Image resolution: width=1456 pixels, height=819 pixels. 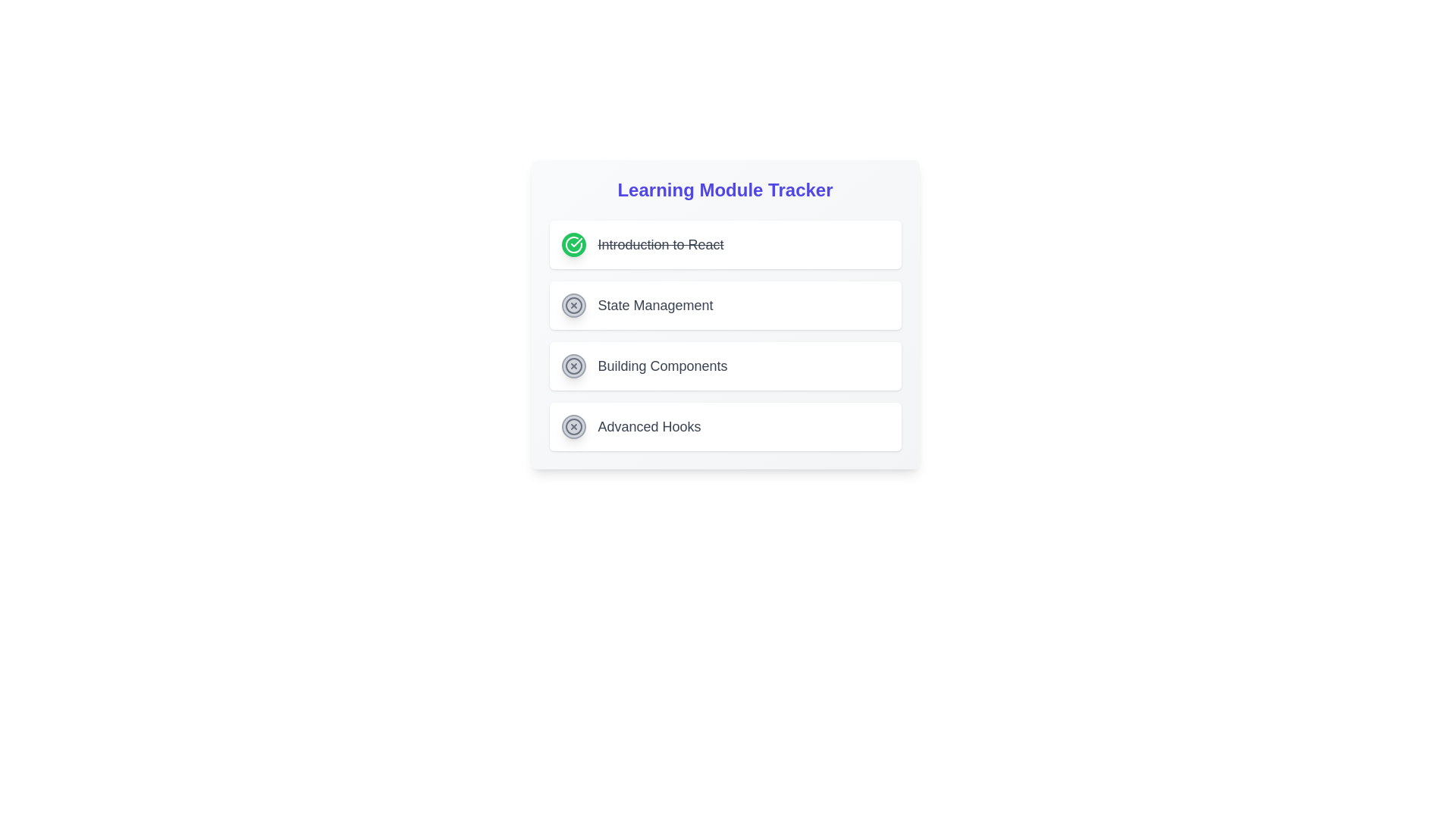 I want to click on the text 'Introduction, so click(x=724, y=244).